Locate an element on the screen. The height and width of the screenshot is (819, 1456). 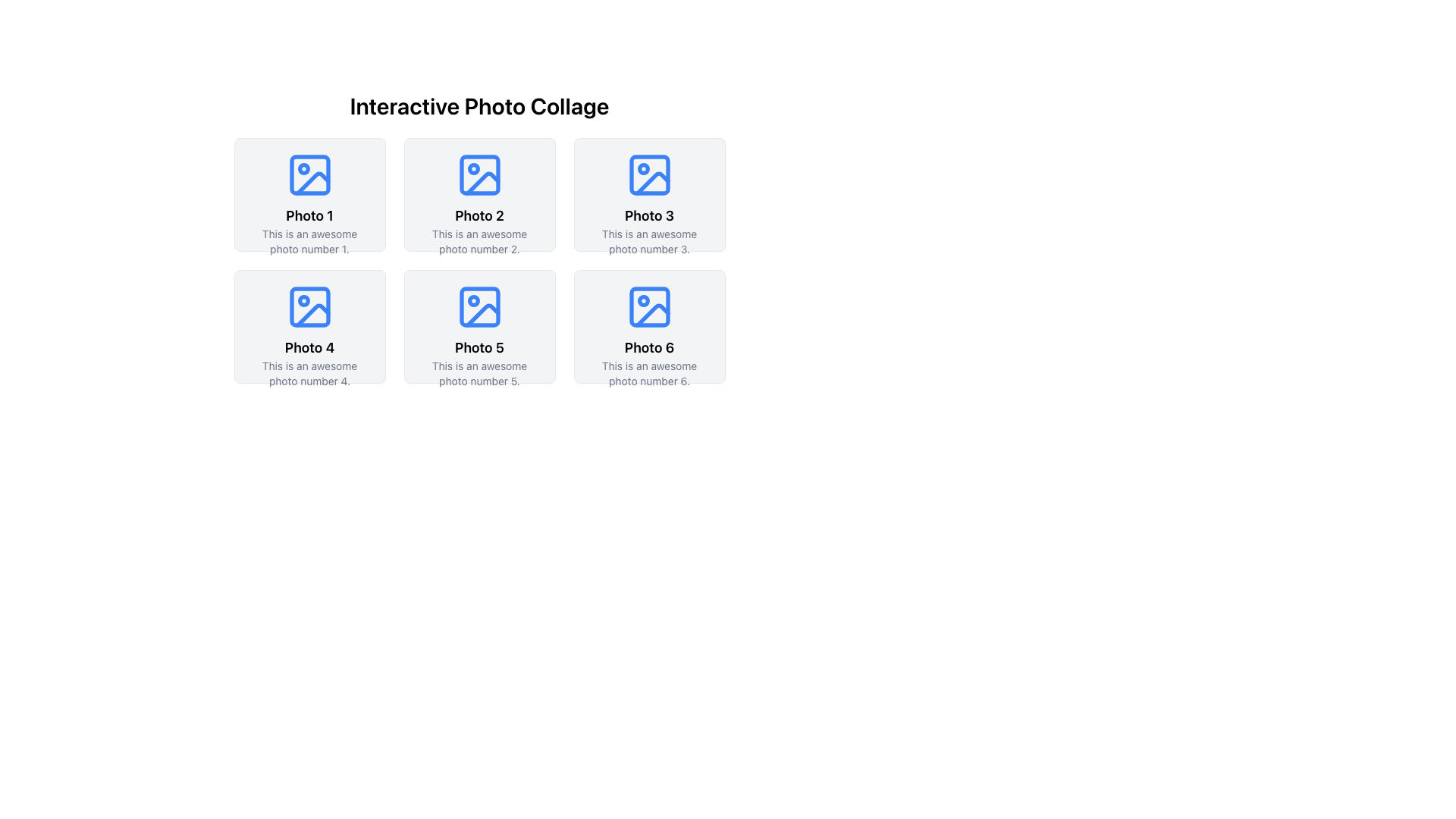
the circular part of the magnifying glass icon within the card labeled 'Photo 6', located in the second row, third column of the photo grid is located at coordinates (648, 325).